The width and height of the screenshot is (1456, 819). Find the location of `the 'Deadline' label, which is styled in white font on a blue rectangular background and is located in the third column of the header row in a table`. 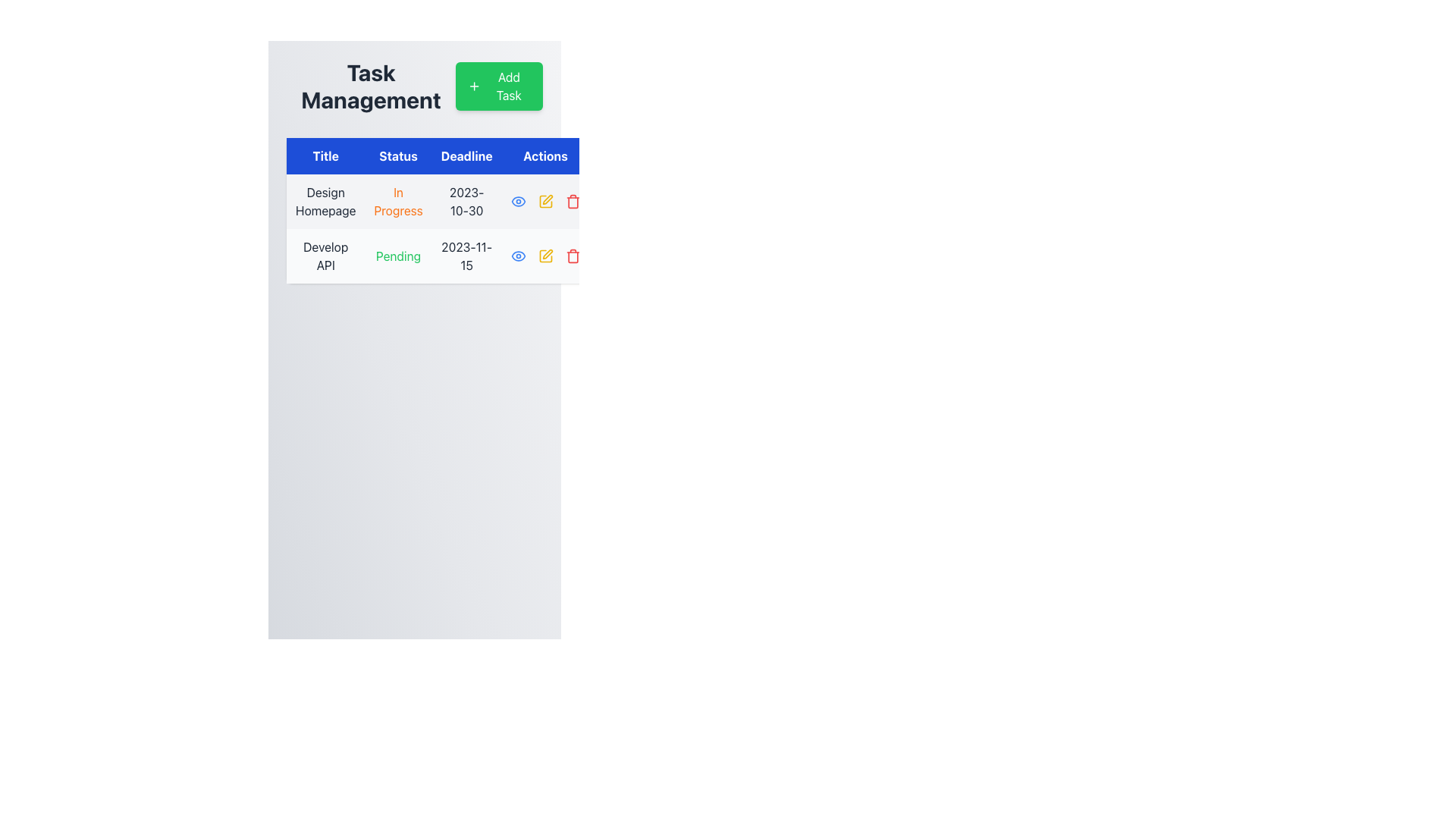

the 'Deadline' label, which is styled in white font on a blue rectangular background and is located in the third column of the header row in a table is located at coordinates (466, 155).